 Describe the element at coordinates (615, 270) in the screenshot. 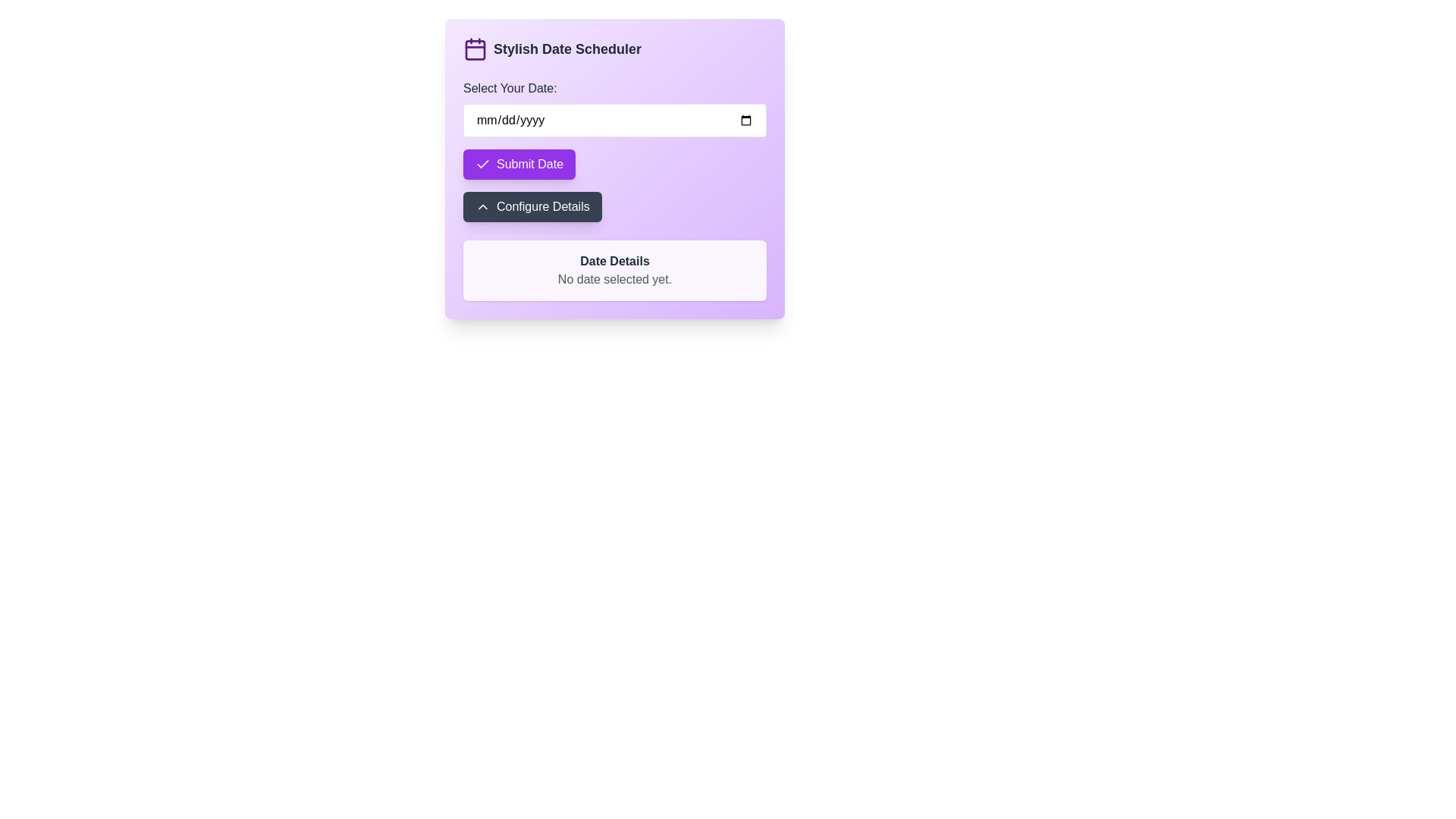

I see `the Information display box with a light purple background that contains the bold label 'Date Details' and the text 'No date selected yet.'` at that location.